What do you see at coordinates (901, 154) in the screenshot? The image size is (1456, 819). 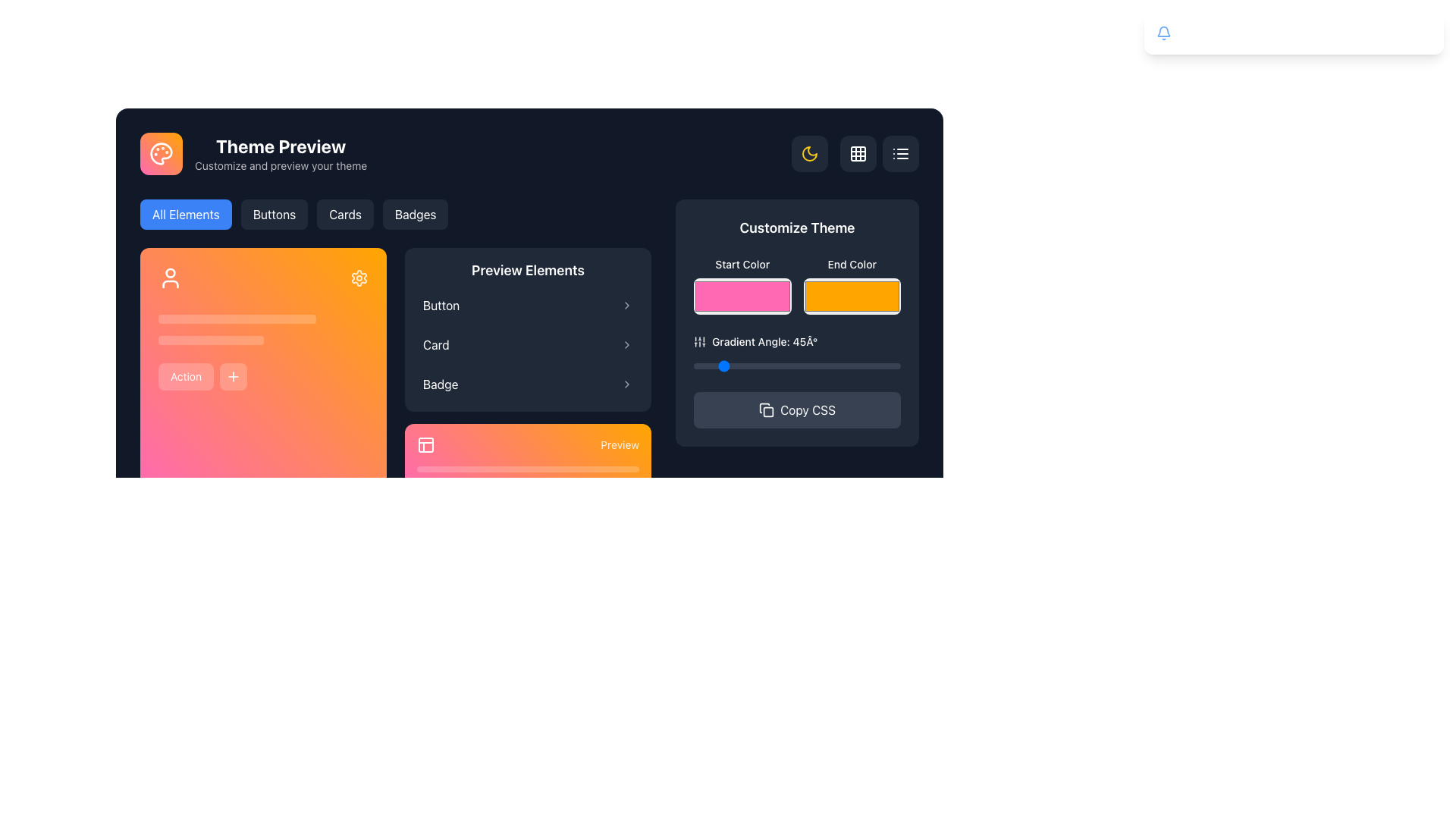 I see `the second button in the top-right corner of the interface` at bounding box center [901, 154].